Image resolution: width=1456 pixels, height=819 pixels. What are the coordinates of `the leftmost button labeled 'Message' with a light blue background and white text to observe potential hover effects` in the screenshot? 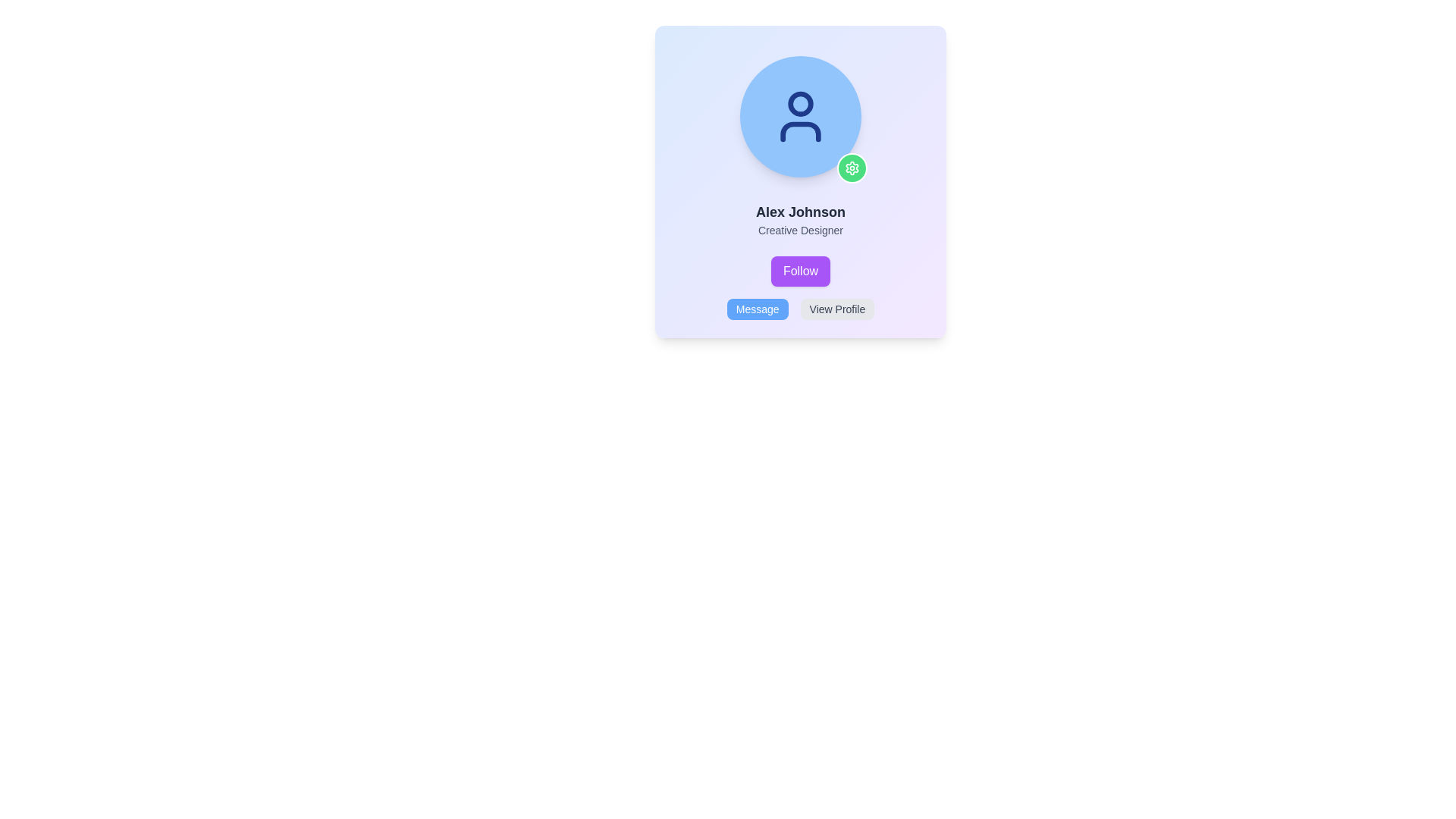 It's located at (758, 309).